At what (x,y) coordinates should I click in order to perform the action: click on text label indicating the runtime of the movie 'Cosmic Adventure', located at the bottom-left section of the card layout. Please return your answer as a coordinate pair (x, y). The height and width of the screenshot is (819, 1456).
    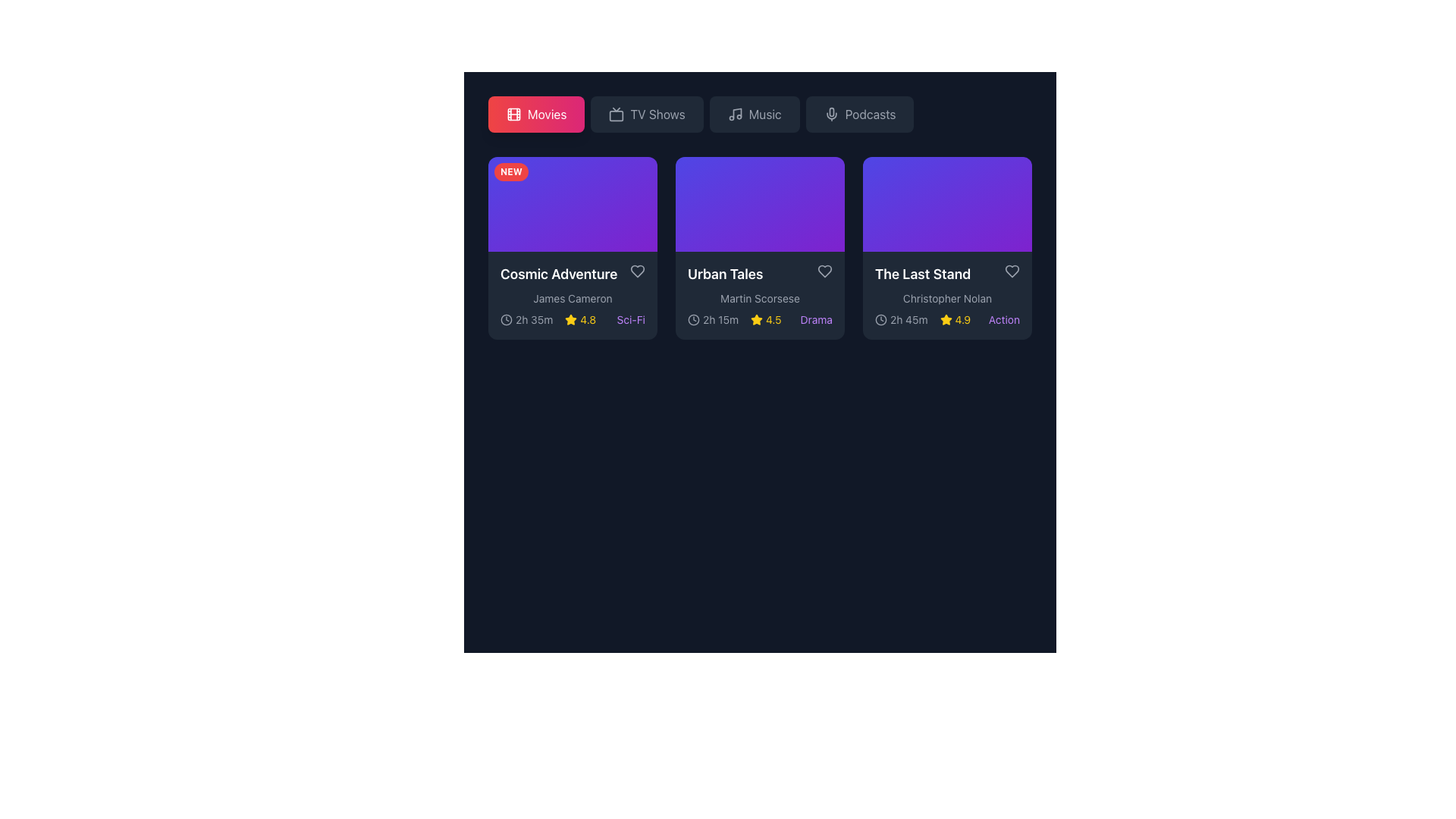
    Looking at the image, I should click on (526, 319).